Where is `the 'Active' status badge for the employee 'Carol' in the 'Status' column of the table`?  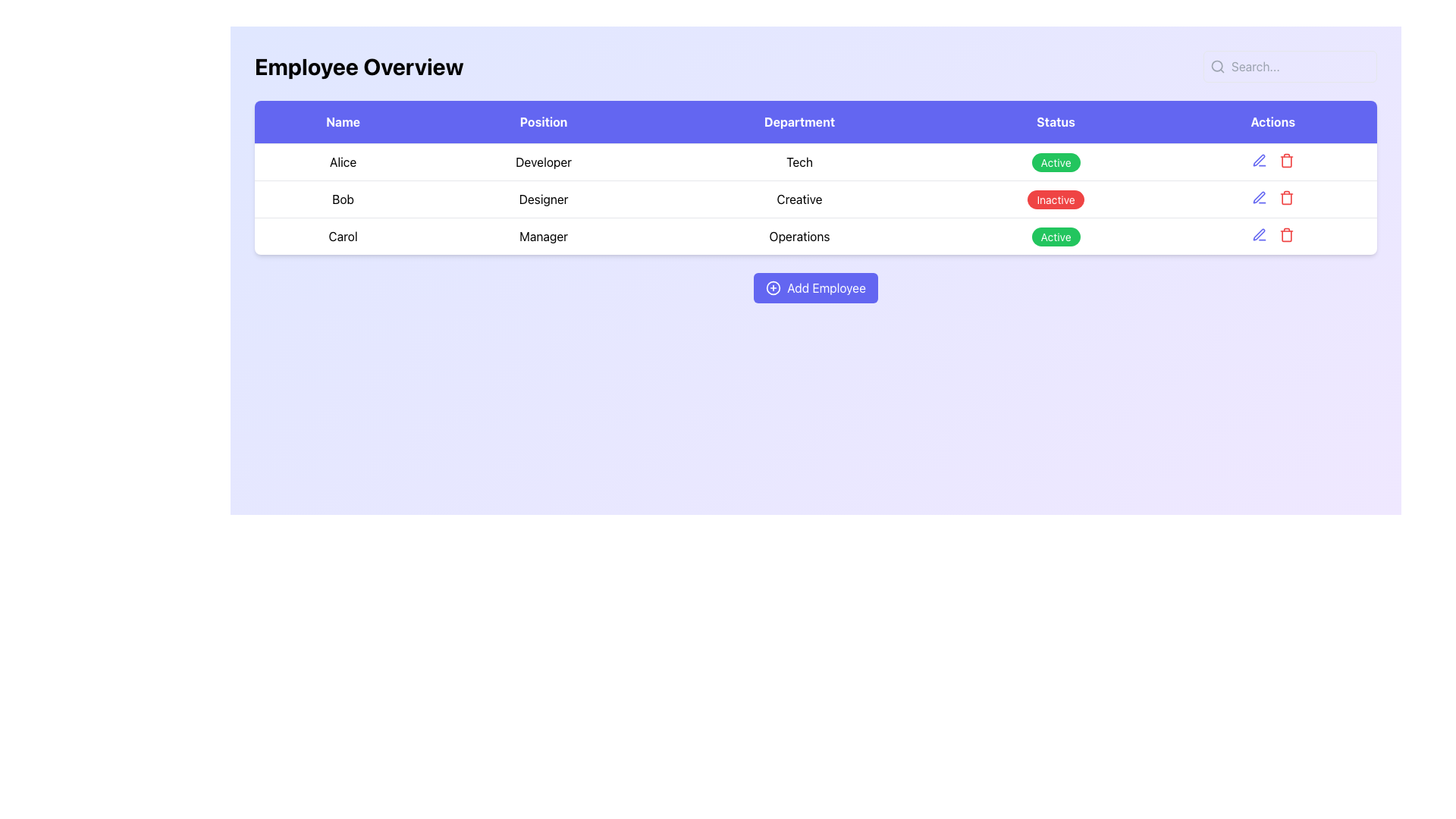 the 'Active' status badge for the employee 'Carol' in the 'Status' column of the table is located at coordinates (1055, 236).